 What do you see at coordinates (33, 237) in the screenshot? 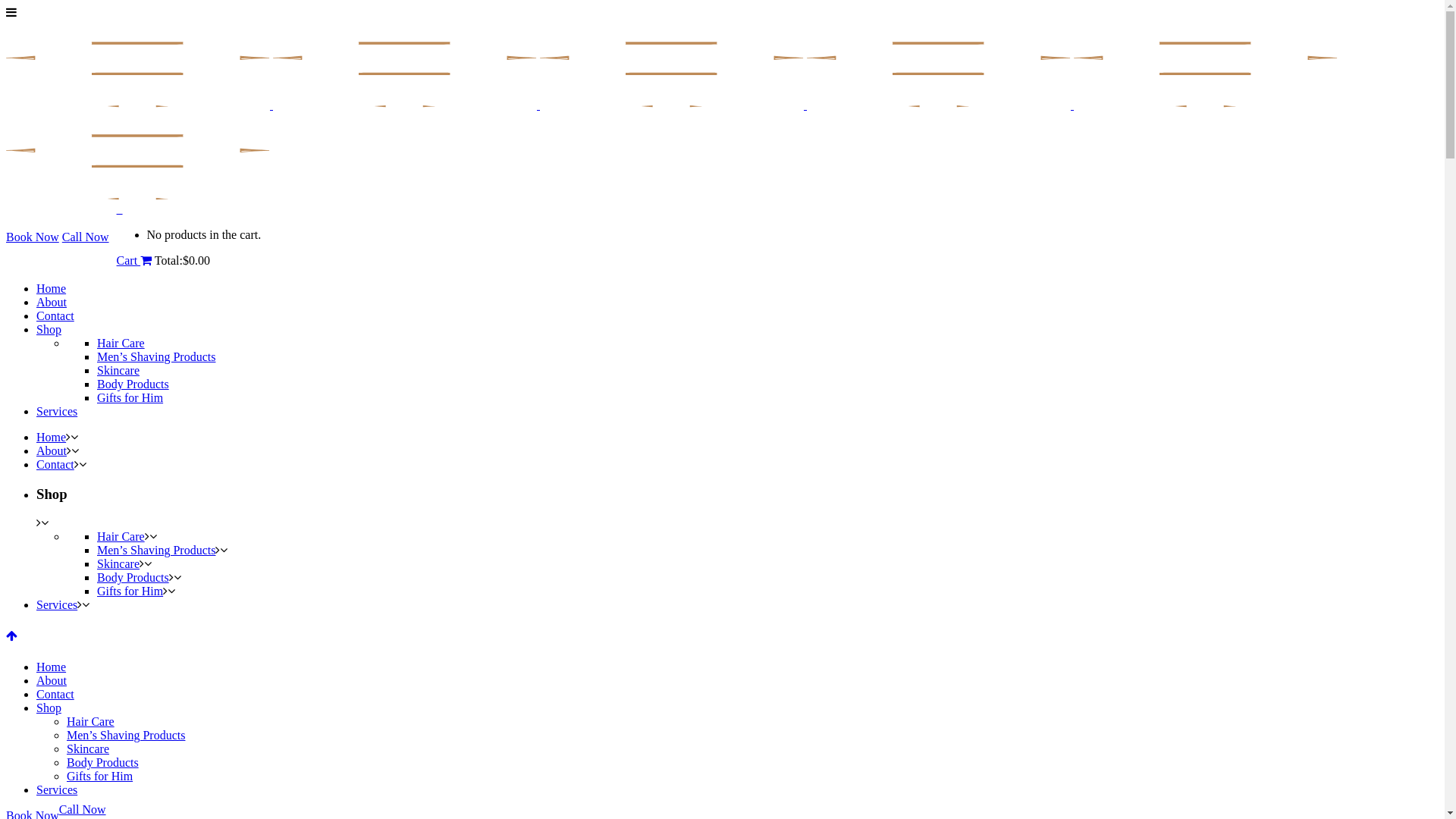
I see `'Book Now'` at bounding box center [33, 237].